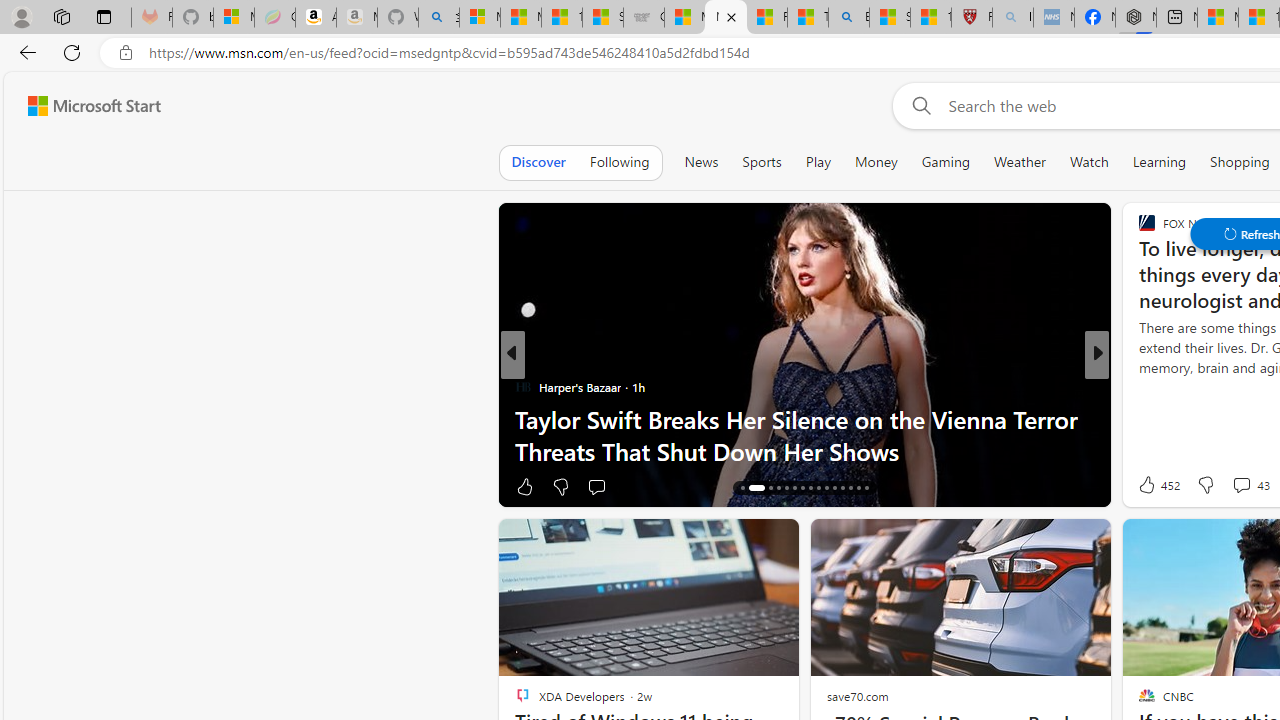 This screenshot has height=720, width=1280. Describe the element at coordinates (1243, 486) in the screenshot. I see `'View comments 67 Comment'` at that location.